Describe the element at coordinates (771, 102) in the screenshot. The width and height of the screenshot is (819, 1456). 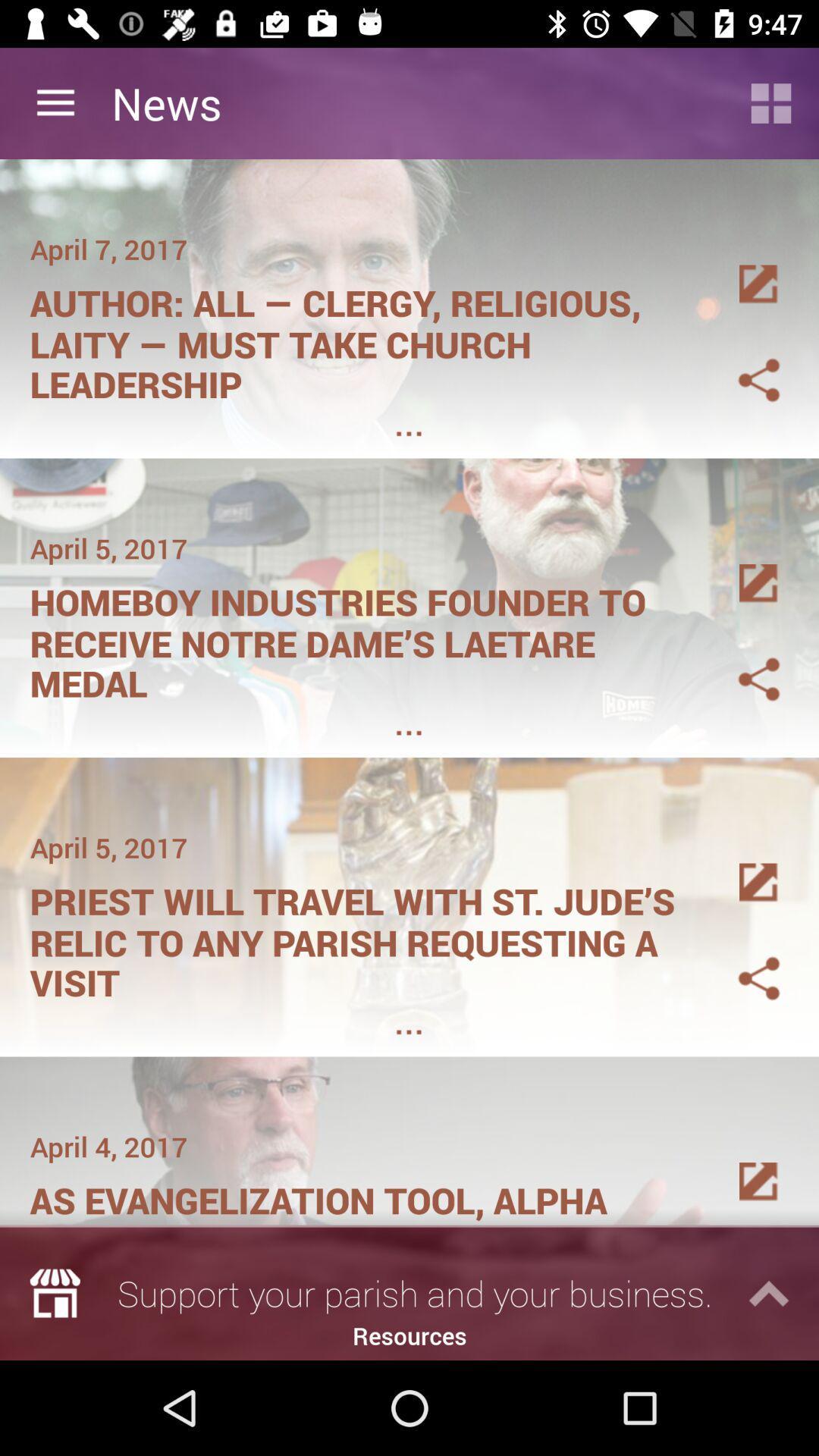
I see `icon next to the news item` at that location.